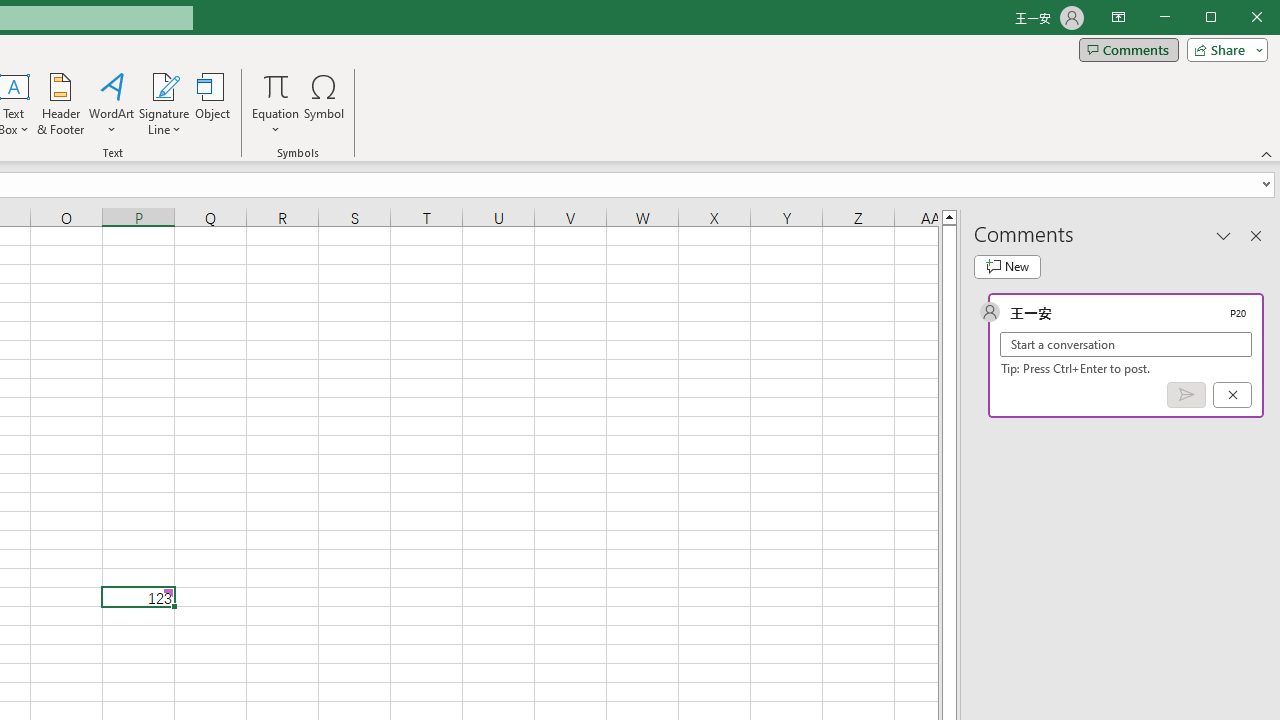 Image resolution: width=1280 pixels, height=720 pixels. Describe the element at coordinates (1007, 266) in the screenshot. I see `'New comment'` at that location.